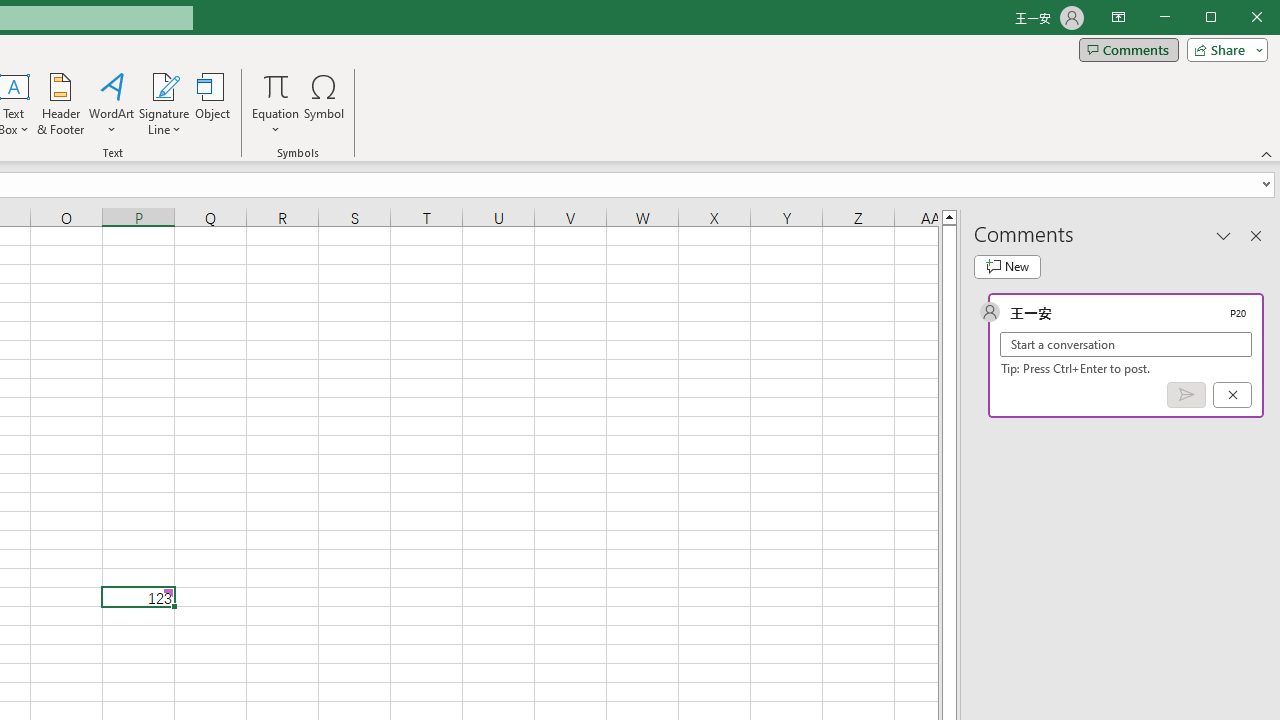 Image resolution: width=1280 pixels, height=720 pixels. Describe the element at coordinates (1007, 266) in the screenshot. I see `'New comment'` at that location.